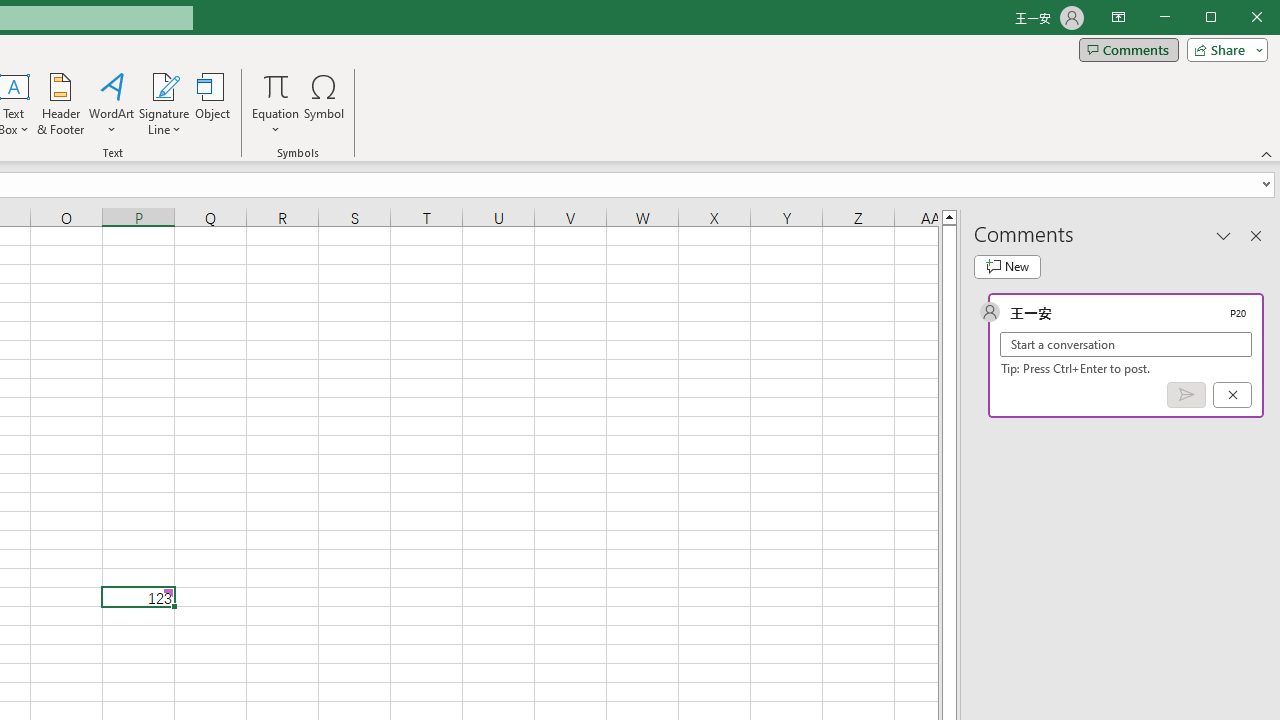 Image resolution: width=1280 pixels, height=720 pixels. Describe the element at coordinates (1007, 266) in the screenshot. I see `'New comment'` at that location.